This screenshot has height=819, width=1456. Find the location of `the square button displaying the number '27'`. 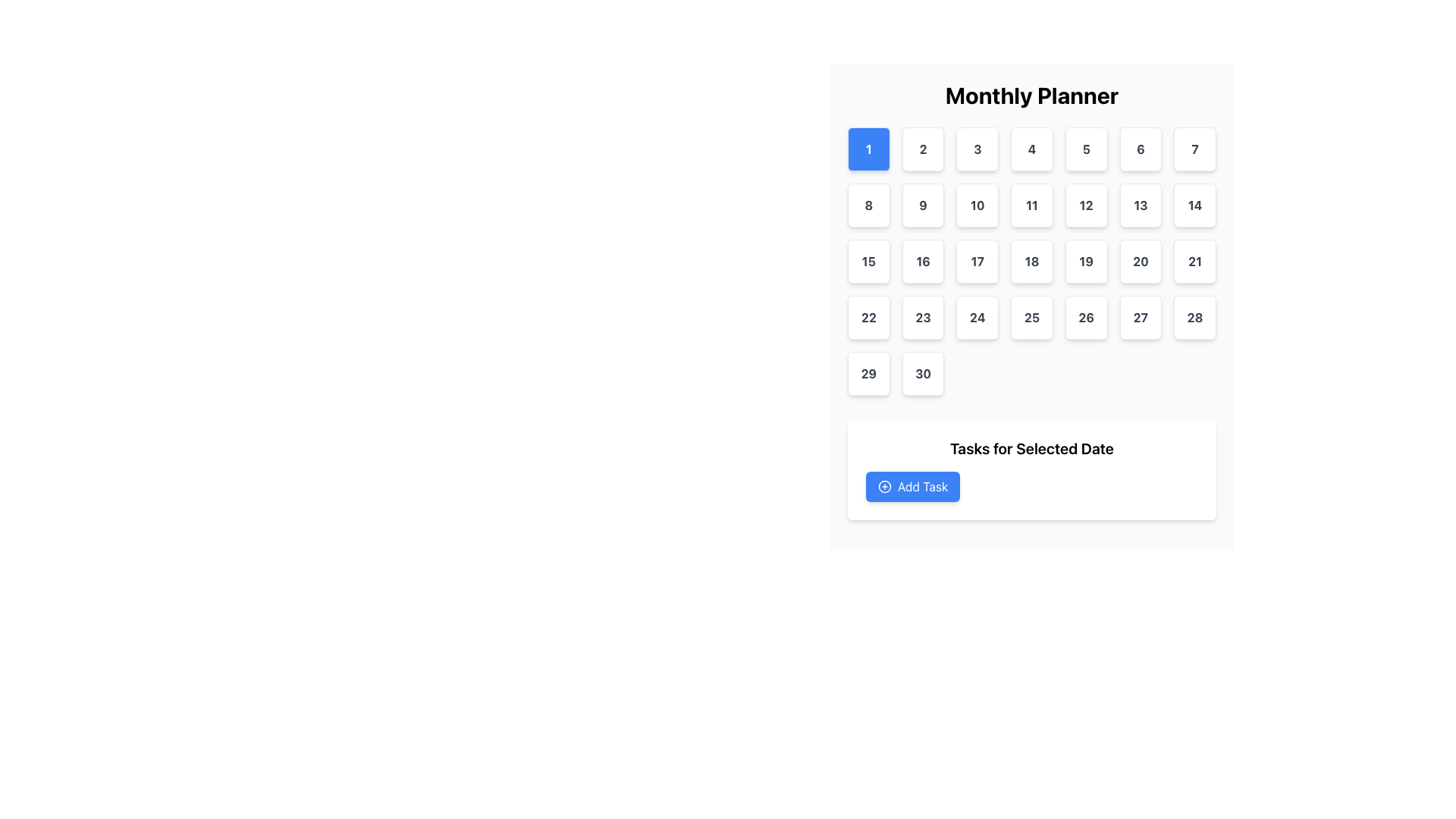

the square button displaying the number '27' is located at coordinates (1140, 317).